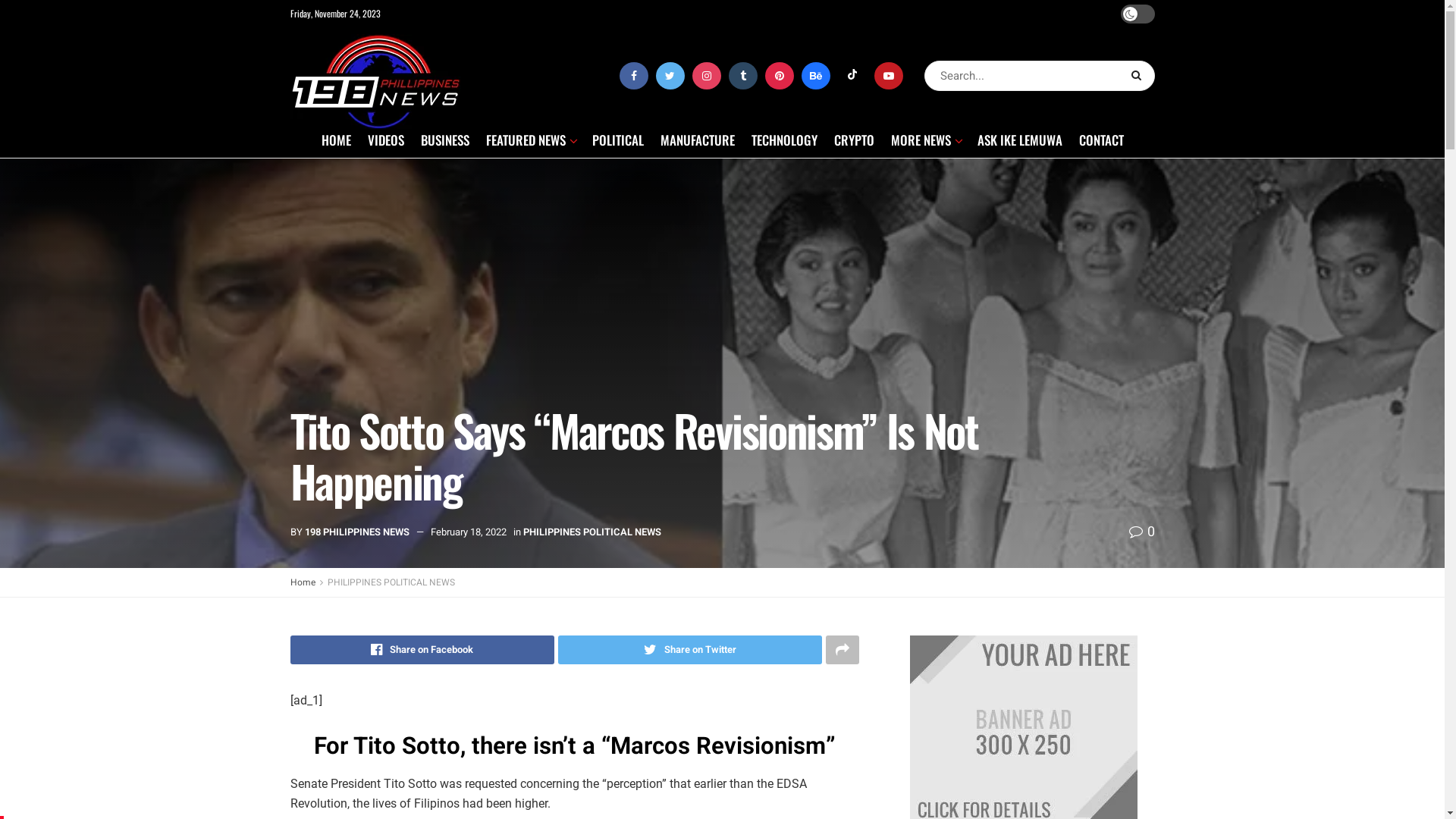 The image size is (1456, 819). I want to click on 'BUSINESS', so click(443, 140).